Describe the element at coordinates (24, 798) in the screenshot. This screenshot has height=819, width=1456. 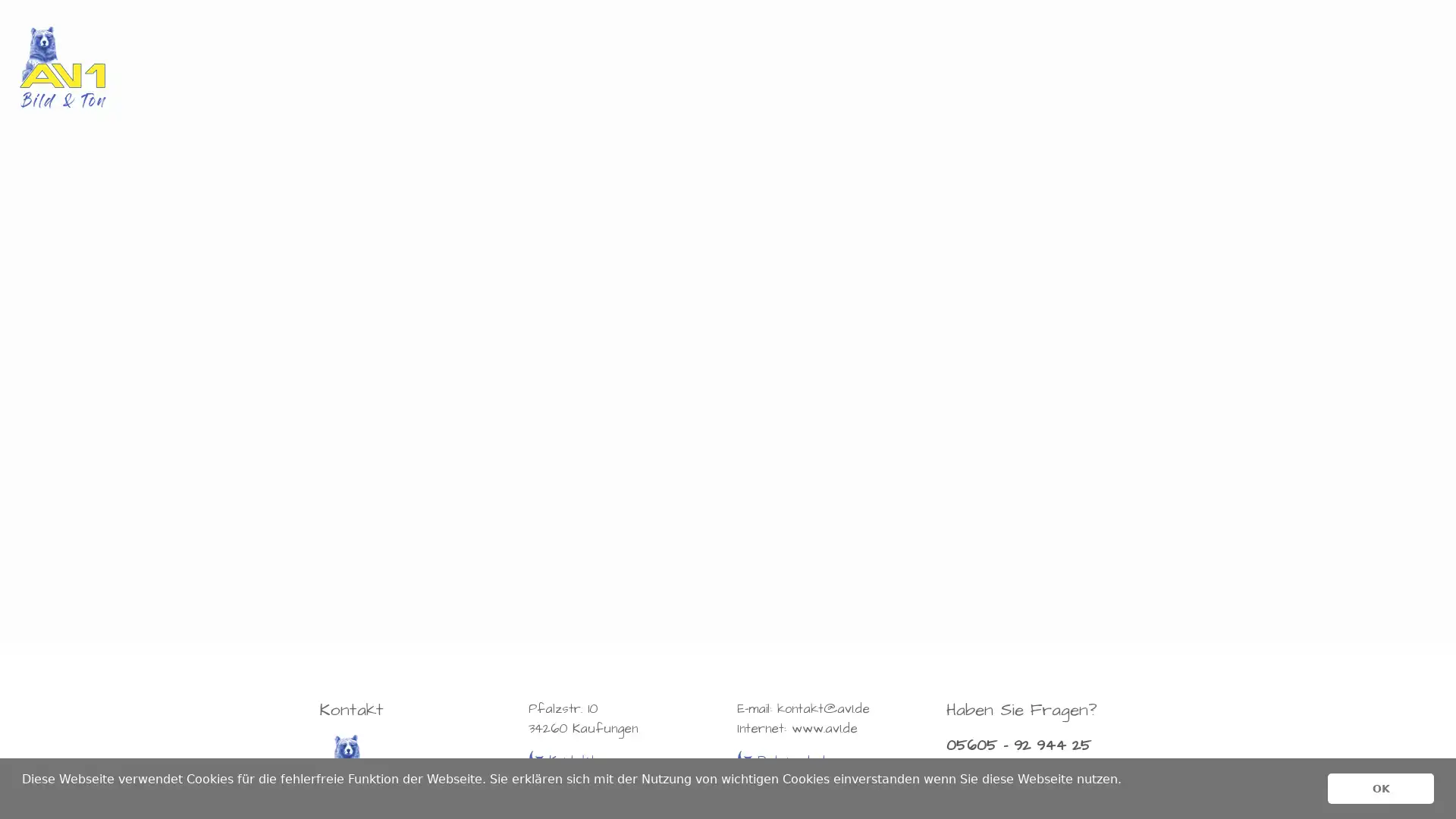
I see `learn more about cookies` at that location.